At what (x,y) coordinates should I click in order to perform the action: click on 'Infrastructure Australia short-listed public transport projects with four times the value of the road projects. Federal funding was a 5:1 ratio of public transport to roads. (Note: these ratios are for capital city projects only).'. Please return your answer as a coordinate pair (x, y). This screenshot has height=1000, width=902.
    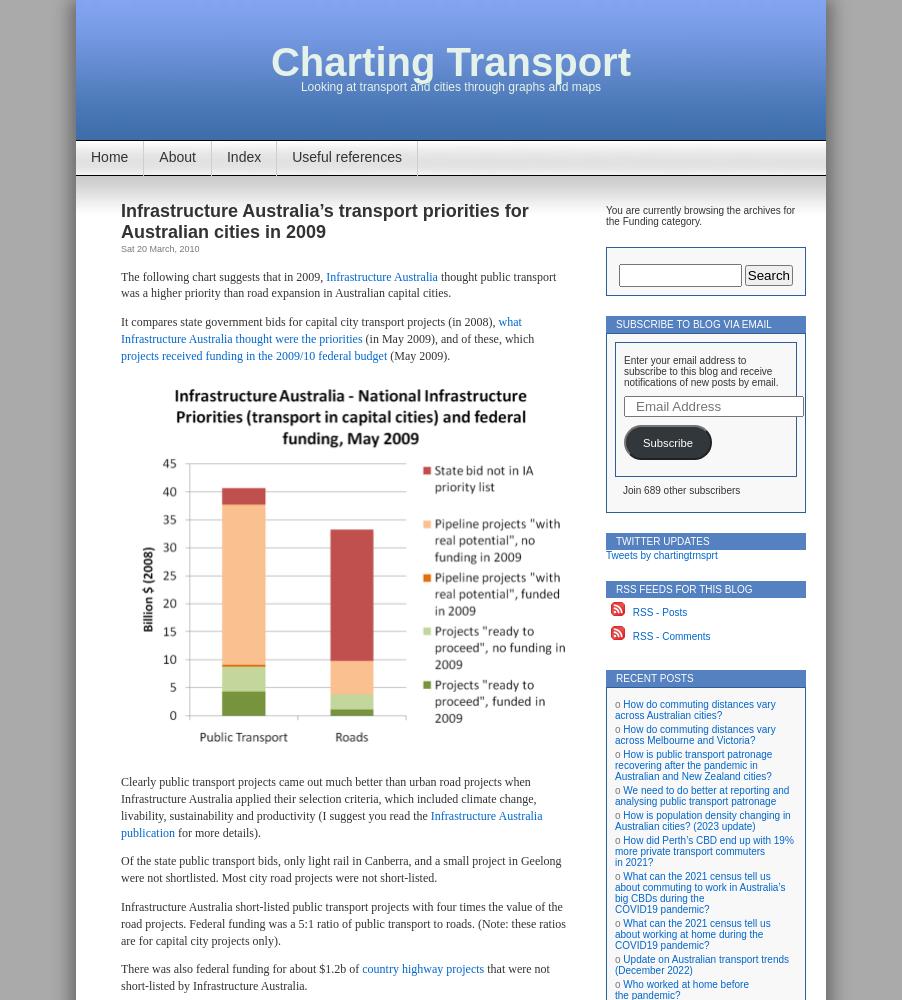
    Looking at the image, I should click on (342, 923).